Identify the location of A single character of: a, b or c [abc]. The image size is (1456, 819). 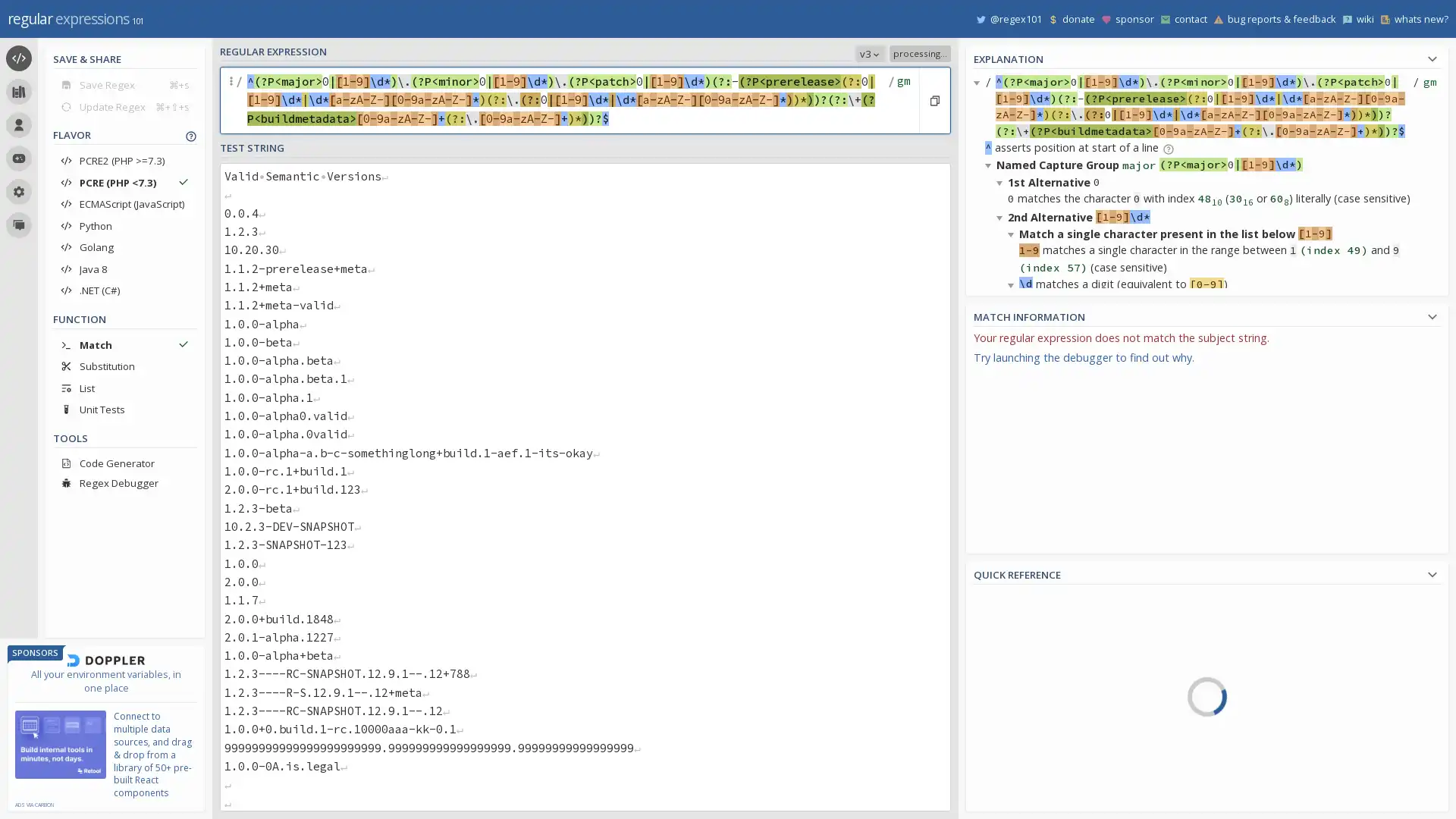
(1282, 599).